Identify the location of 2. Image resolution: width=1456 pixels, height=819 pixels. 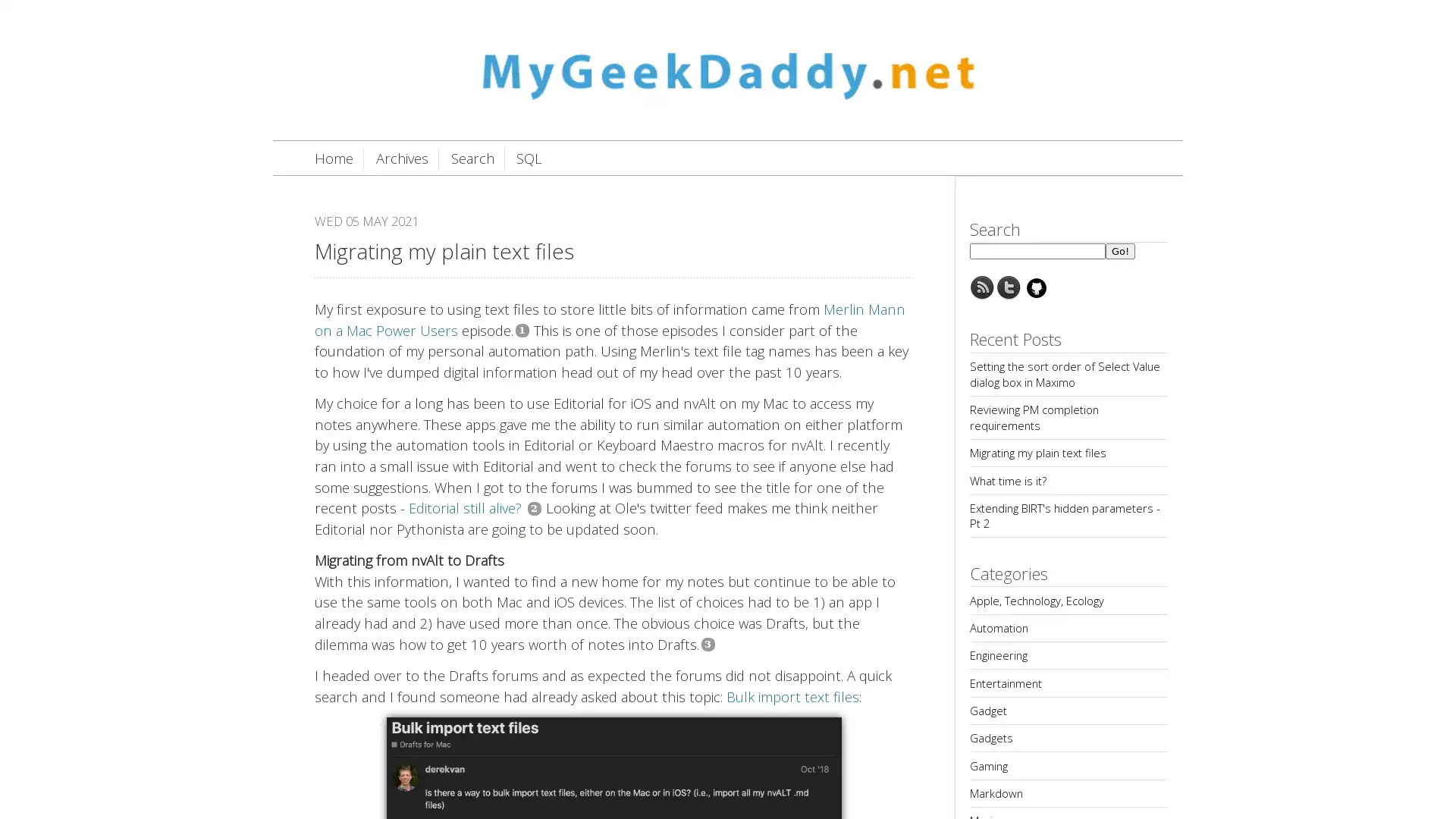
(534, 508).